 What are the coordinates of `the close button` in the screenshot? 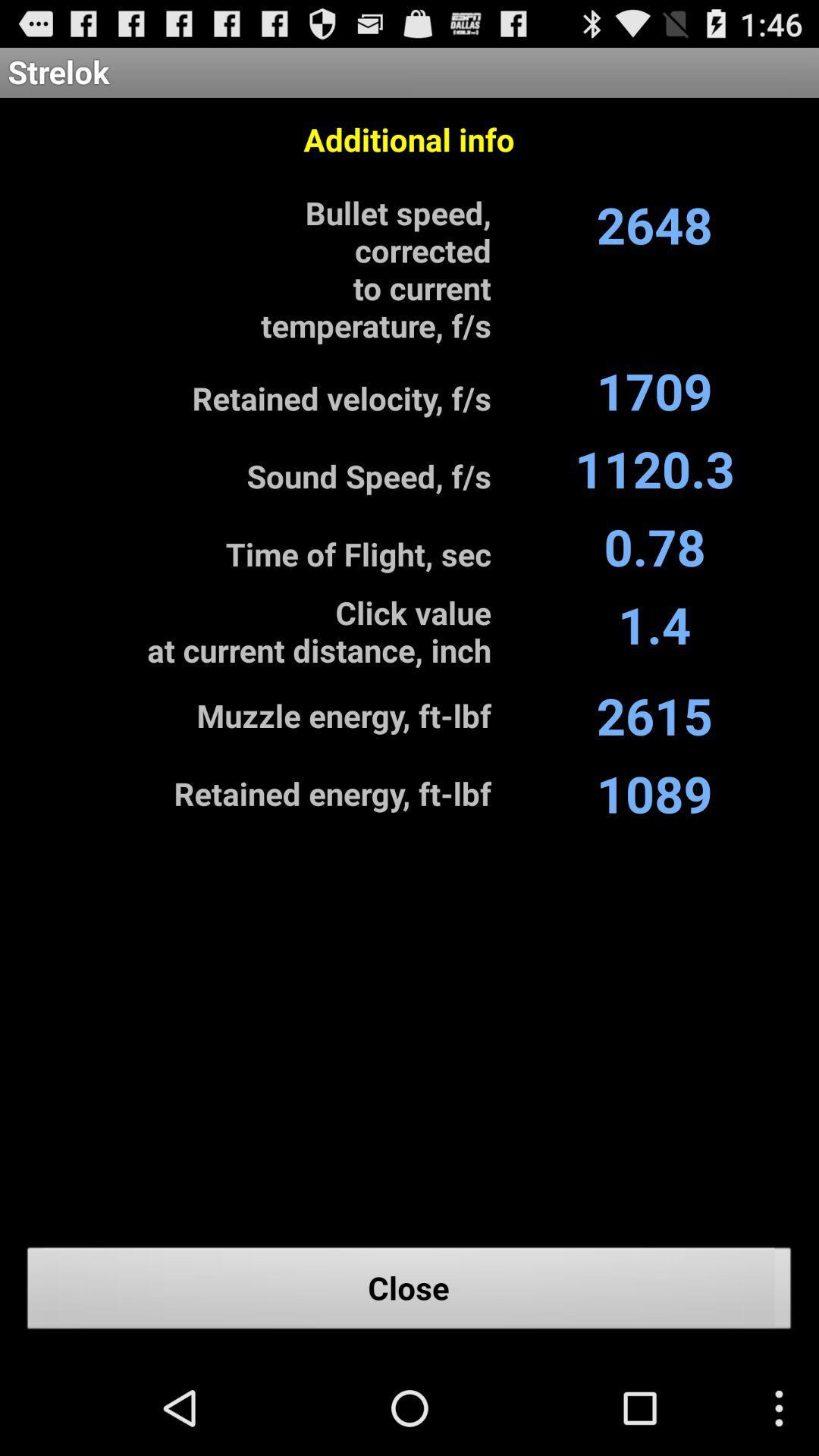 It's located at (409, 1291).